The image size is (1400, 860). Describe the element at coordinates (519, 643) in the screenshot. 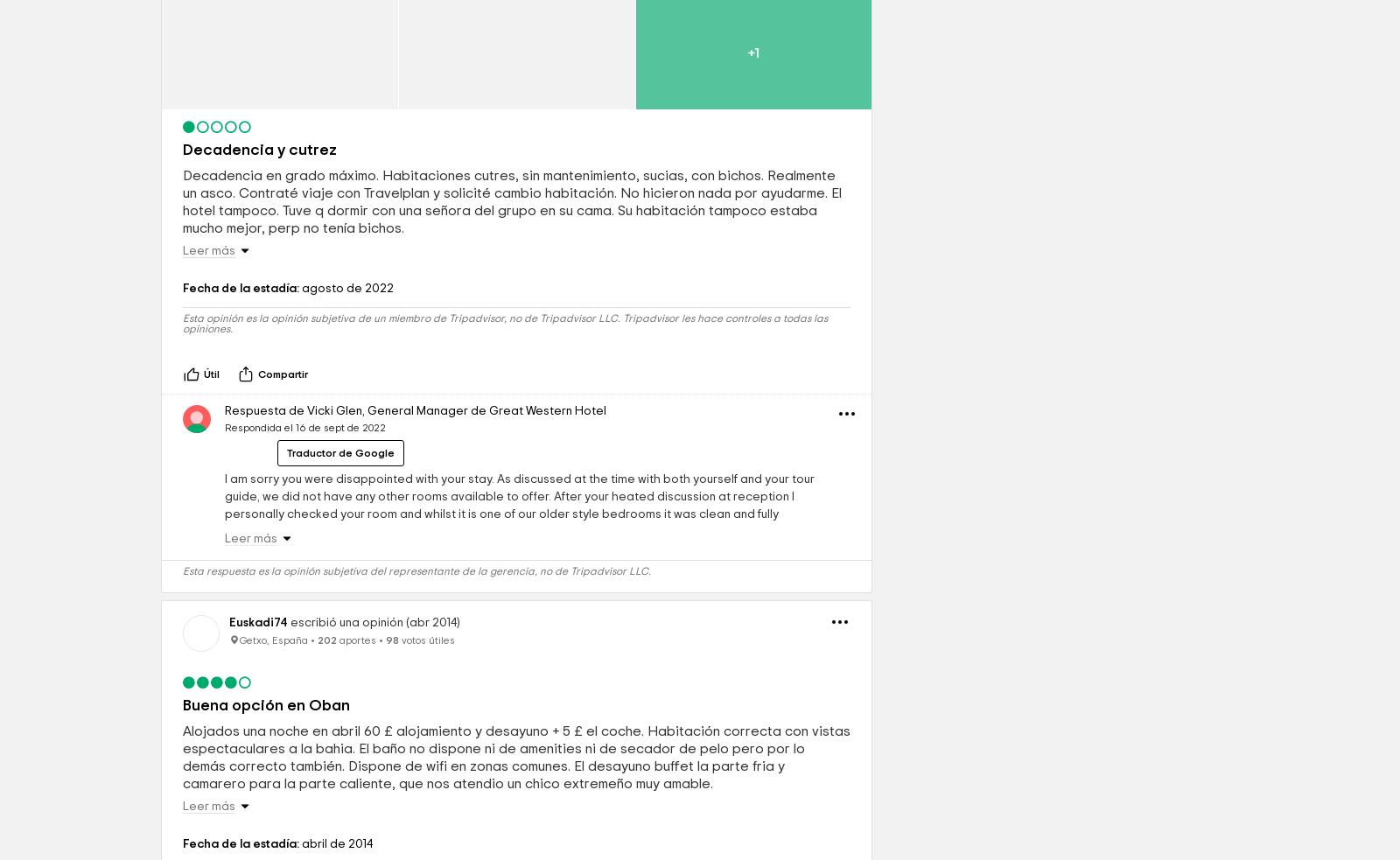

I see `'I am sorry you were disappointed with your stay. As discussed at the time with both yourself and your tour guide, we did not have any other rooms available to offer. After your heated discussion at reception I personally checked your room and whilst it is one of our older style bedrooms it was clean and fully serviced. We have serviced many groups for your tour operator this summer and as the tour guide confirmed at the time, have received no complaints. I wish you luck in your future travels. Kind regards Vicki Glen General Manager'` at that location.